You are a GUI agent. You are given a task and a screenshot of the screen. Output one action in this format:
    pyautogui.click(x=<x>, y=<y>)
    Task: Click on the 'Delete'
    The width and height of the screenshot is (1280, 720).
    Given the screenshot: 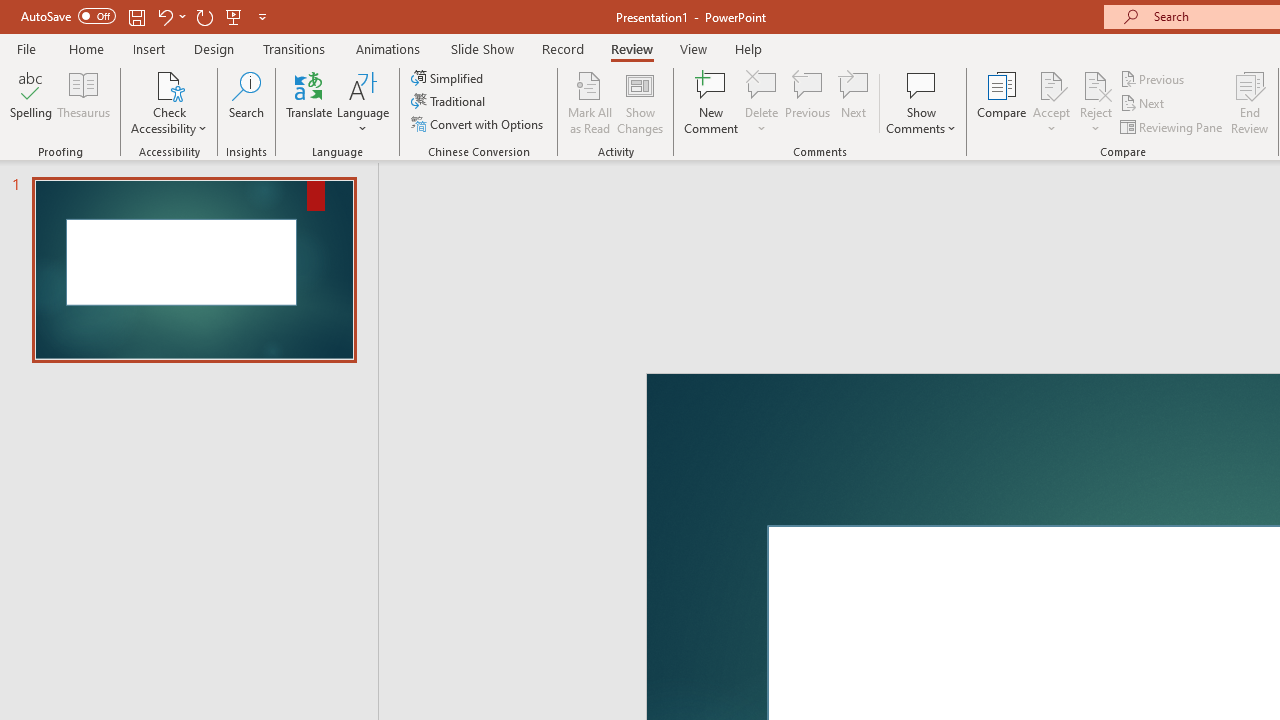 What is the action you would take?
    pyautogui.click(x=761, y=84)
    